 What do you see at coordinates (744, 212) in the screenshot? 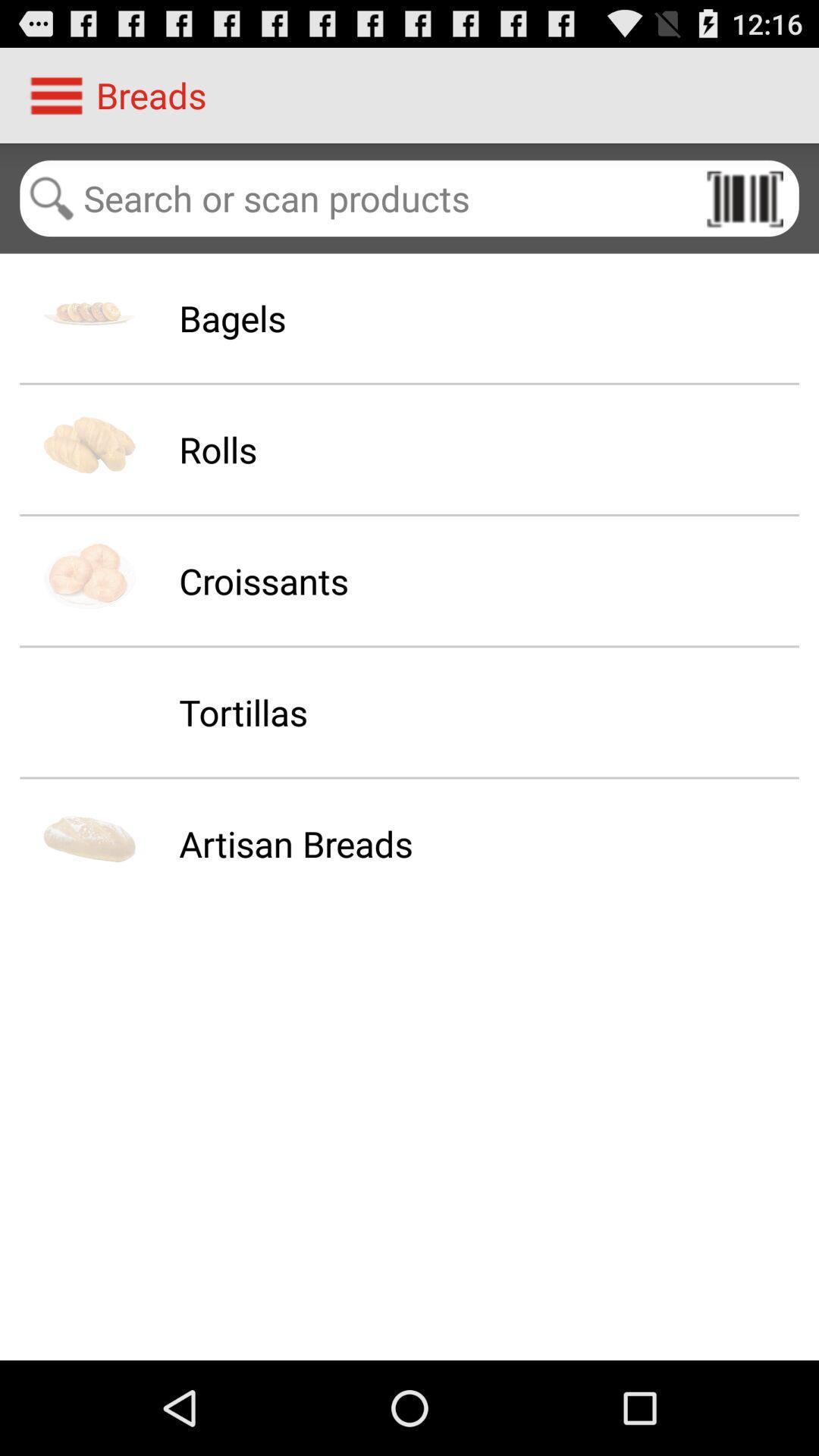
I see `the pause icon` at bounding box center [744, 212].